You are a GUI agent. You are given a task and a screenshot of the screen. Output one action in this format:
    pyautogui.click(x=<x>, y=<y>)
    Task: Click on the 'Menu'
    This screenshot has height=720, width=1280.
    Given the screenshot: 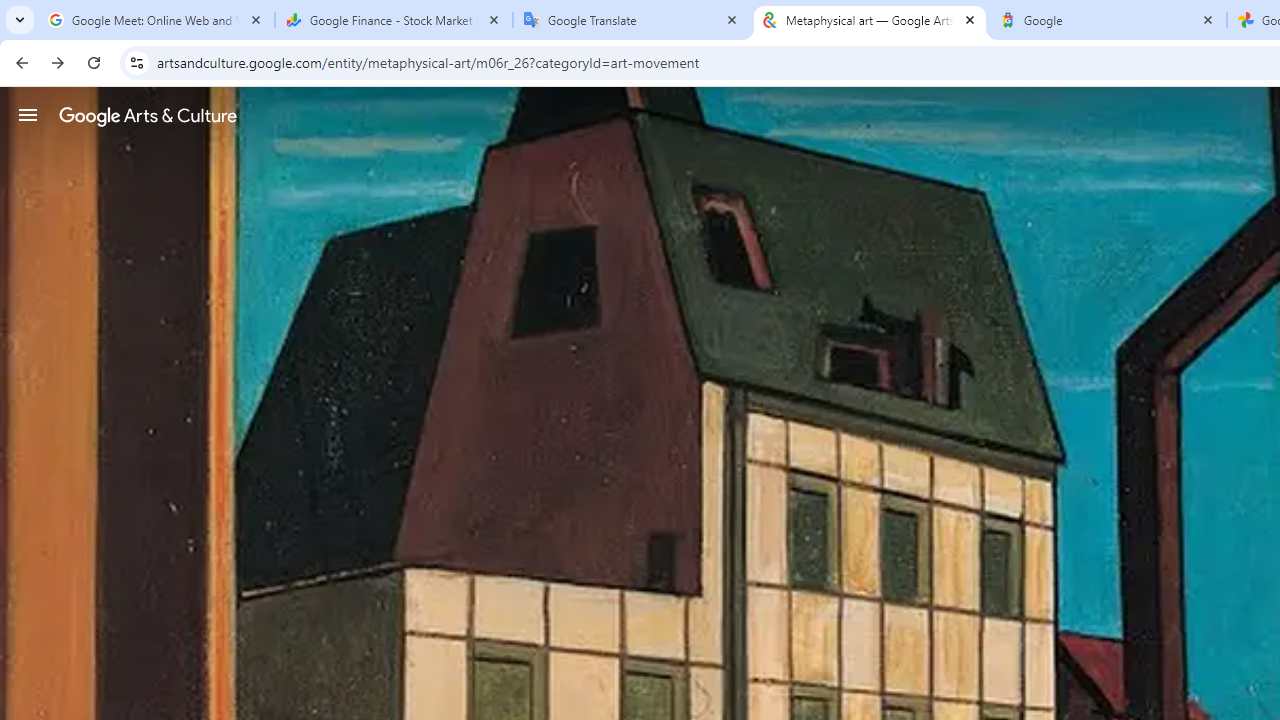 What is the action you would take?
    pyautogui.click(x=28, y=114)
    